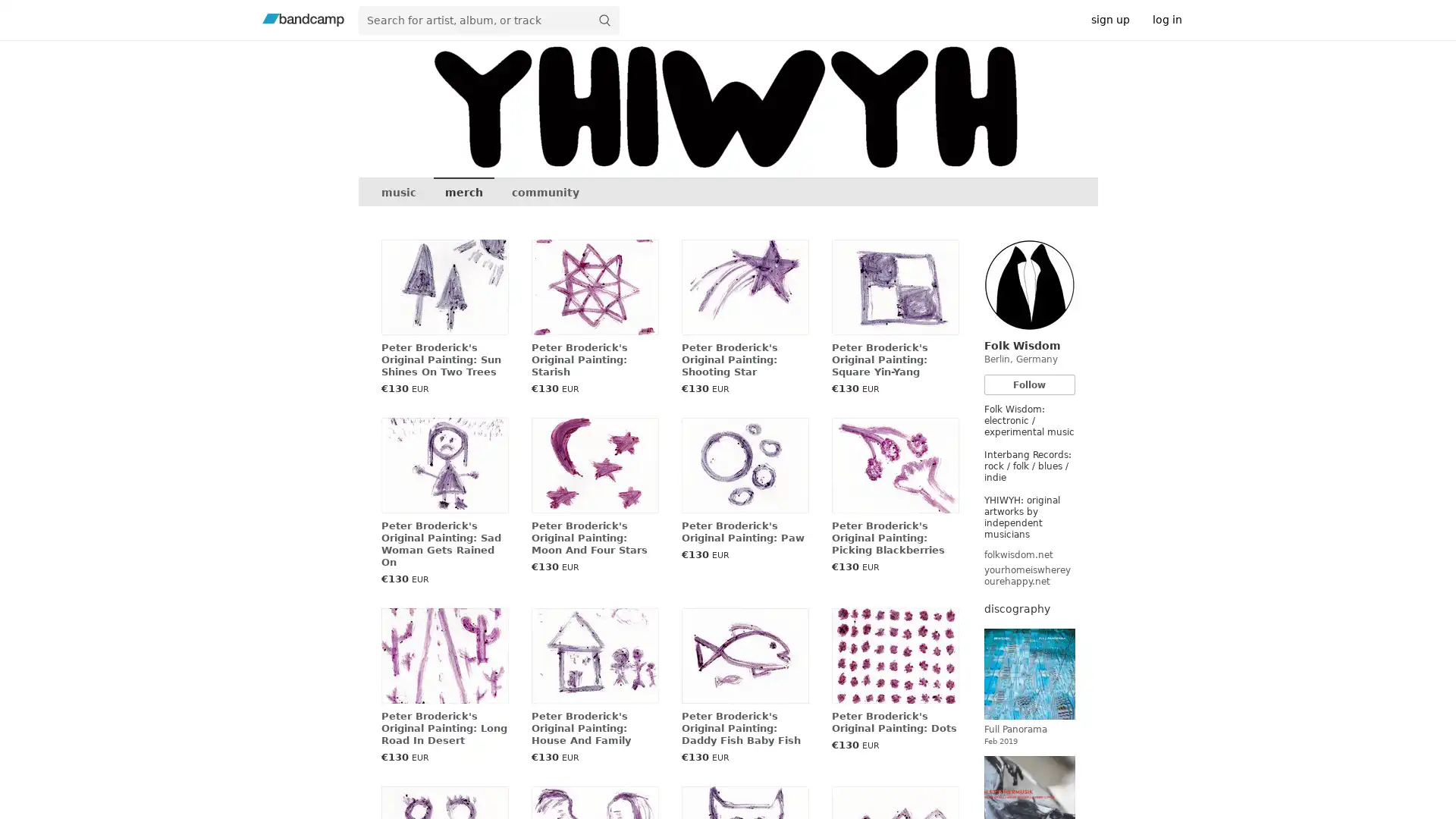 The image size is (1456, 819). I want to click on Follow, so click(1029, 384).